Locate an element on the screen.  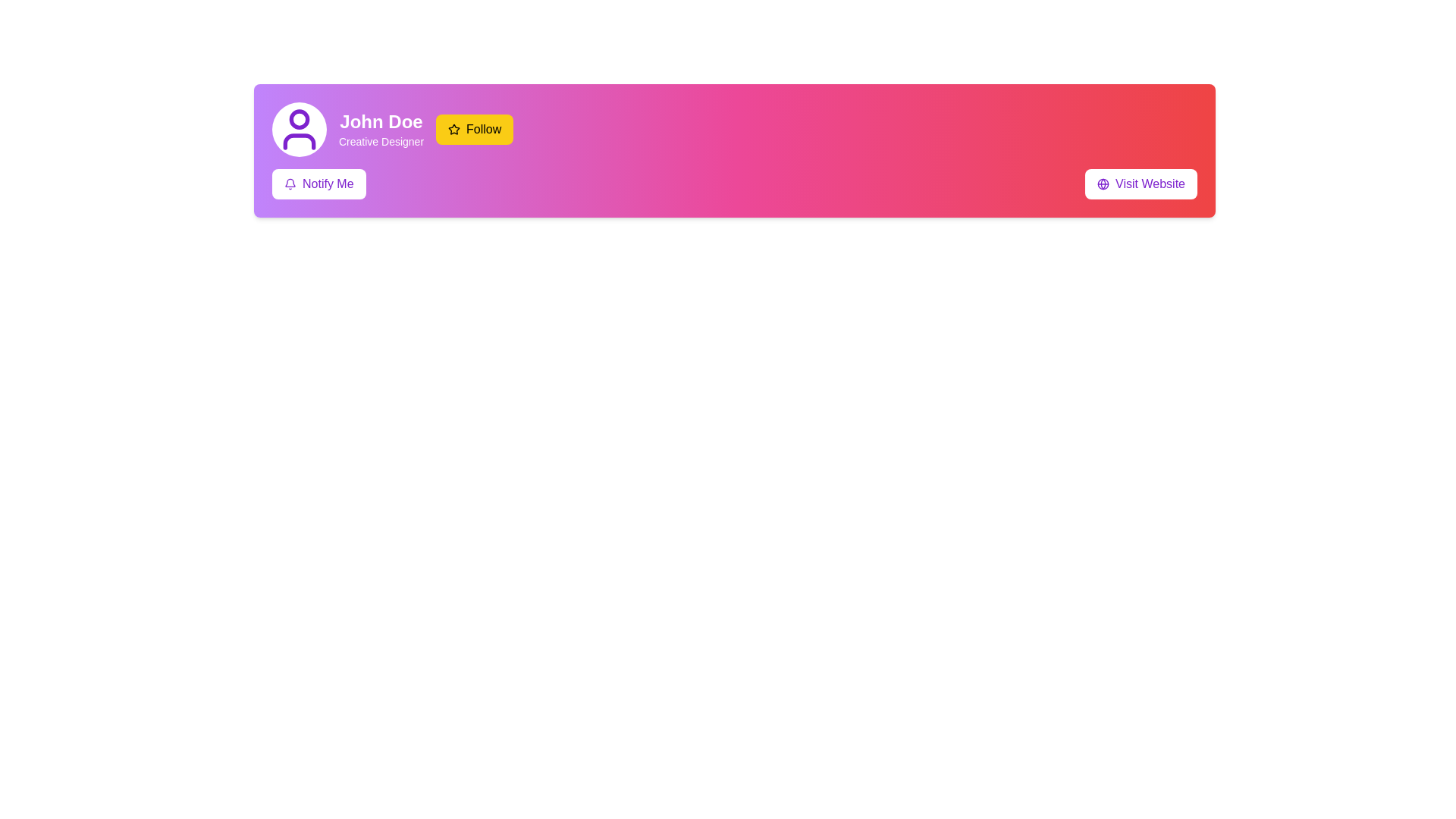
the user profile icon located in the top left corner of the purple gradient panel, next to the 'John Doe' text, above the 'Notify Me' button is located at coordinates (299, 128).